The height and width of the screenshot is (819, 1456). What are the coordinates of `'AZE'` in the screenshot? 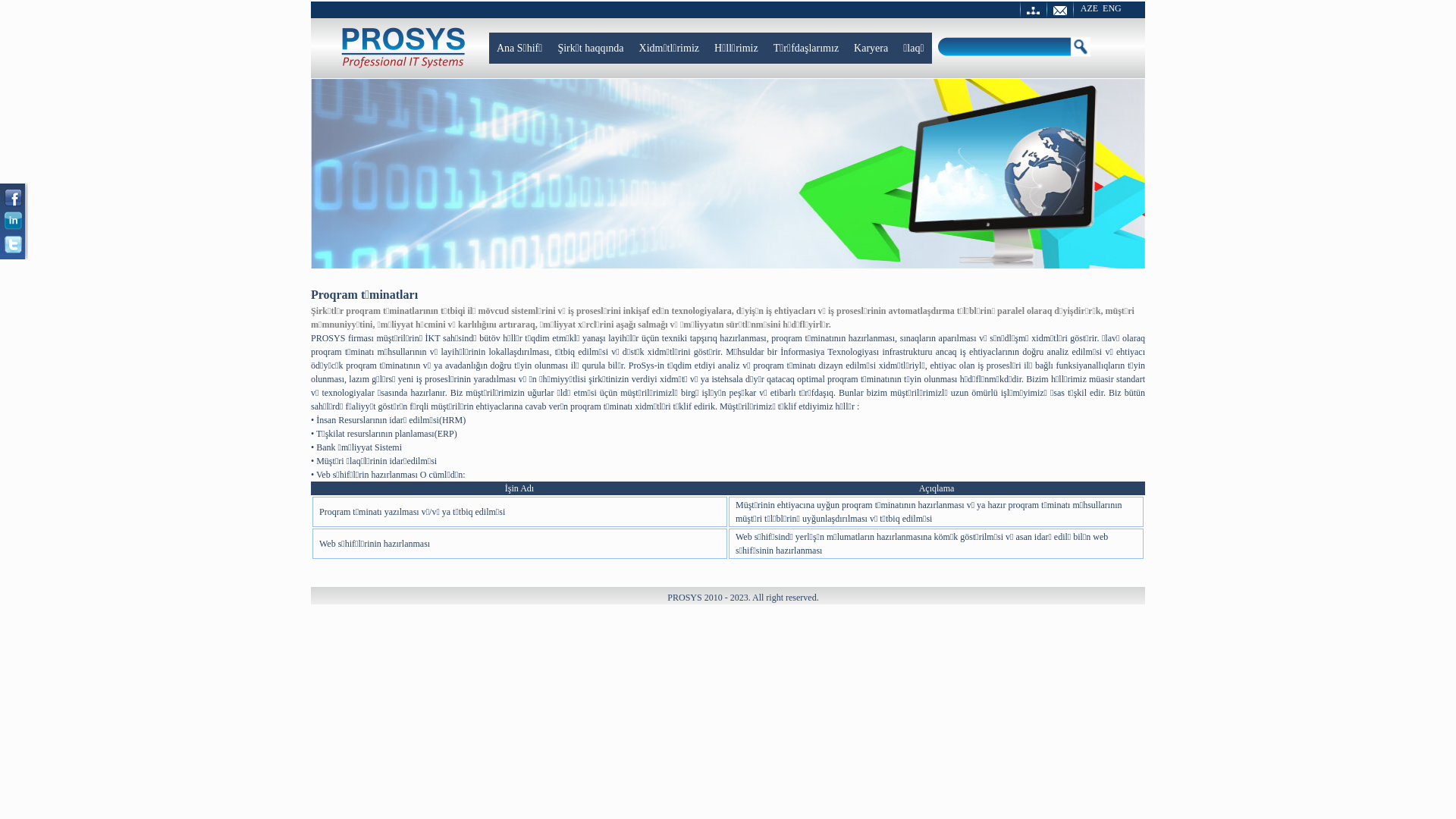 It's located at (1088, 8).